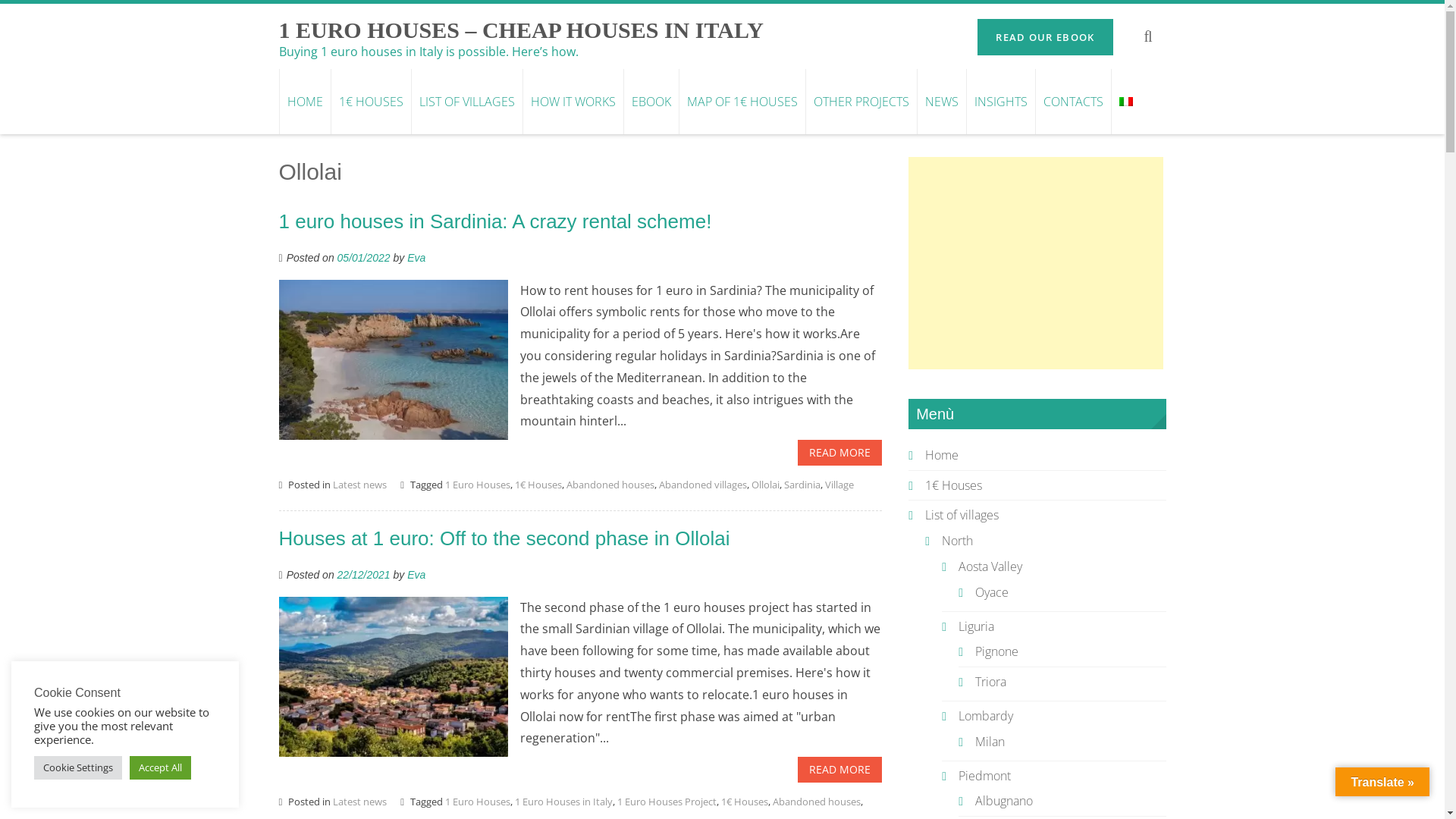  Describe the element at coordinates (990, 680) in the screenshot. I see `'Triora'` at that location.